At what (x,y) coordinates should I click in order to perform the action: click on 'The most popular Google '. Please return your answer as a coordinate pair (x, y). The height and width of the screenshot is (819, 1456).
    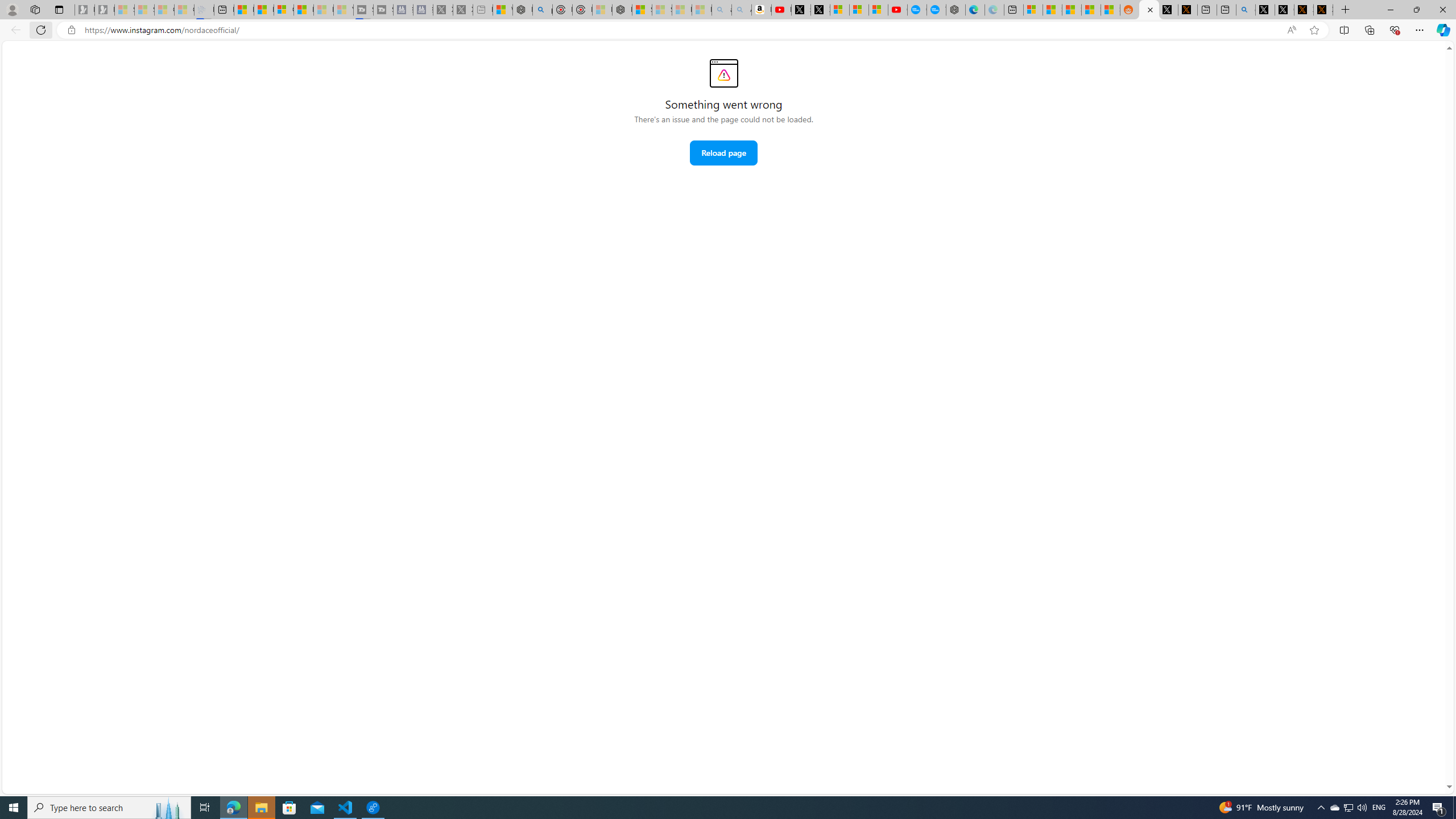
    Looking at the image, I should click on (936, 9).